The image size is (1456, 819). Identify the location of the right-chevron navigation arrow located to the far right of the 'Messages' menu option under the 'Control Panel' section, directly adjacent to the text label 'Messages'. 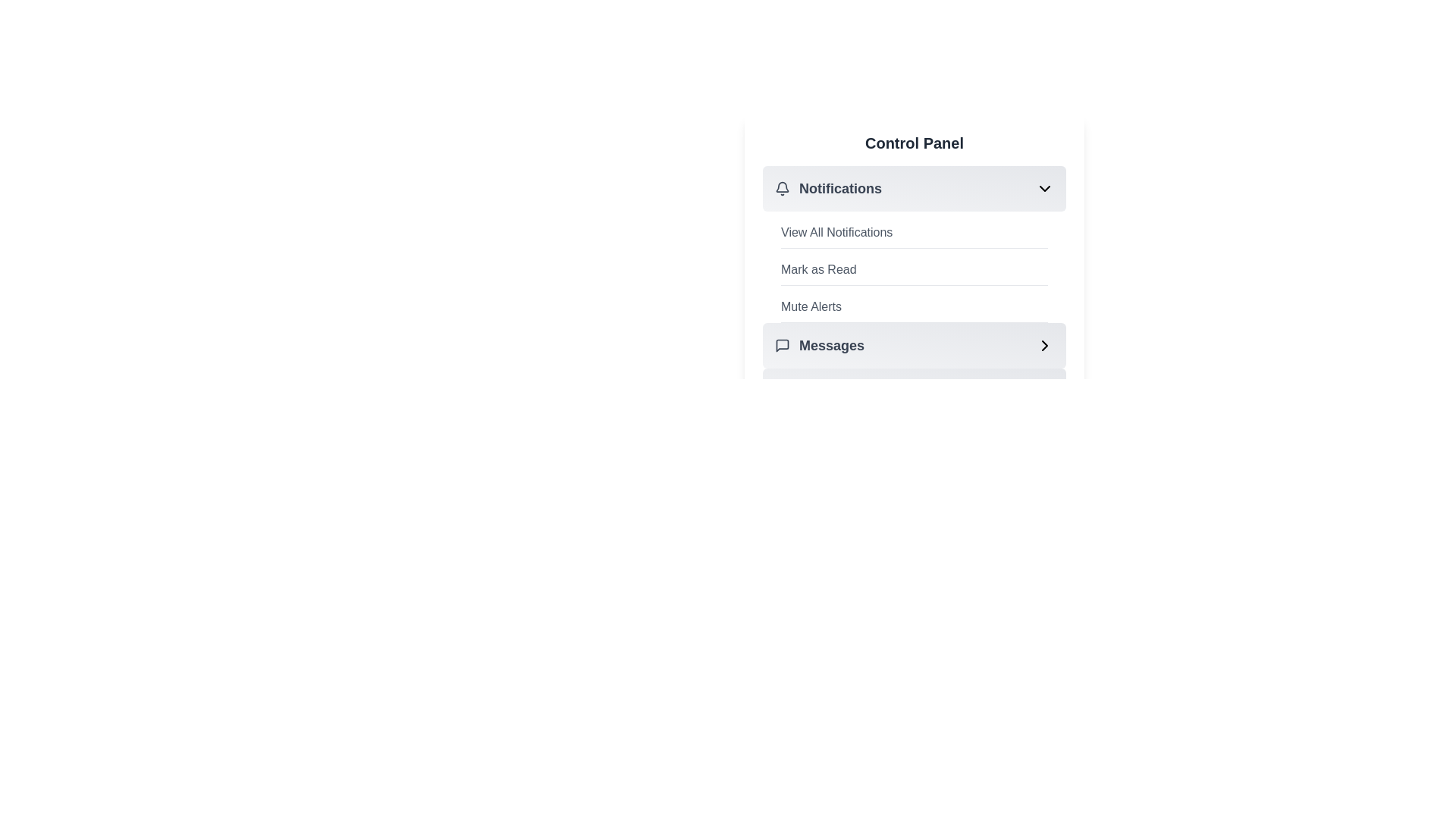
(1043, 345).